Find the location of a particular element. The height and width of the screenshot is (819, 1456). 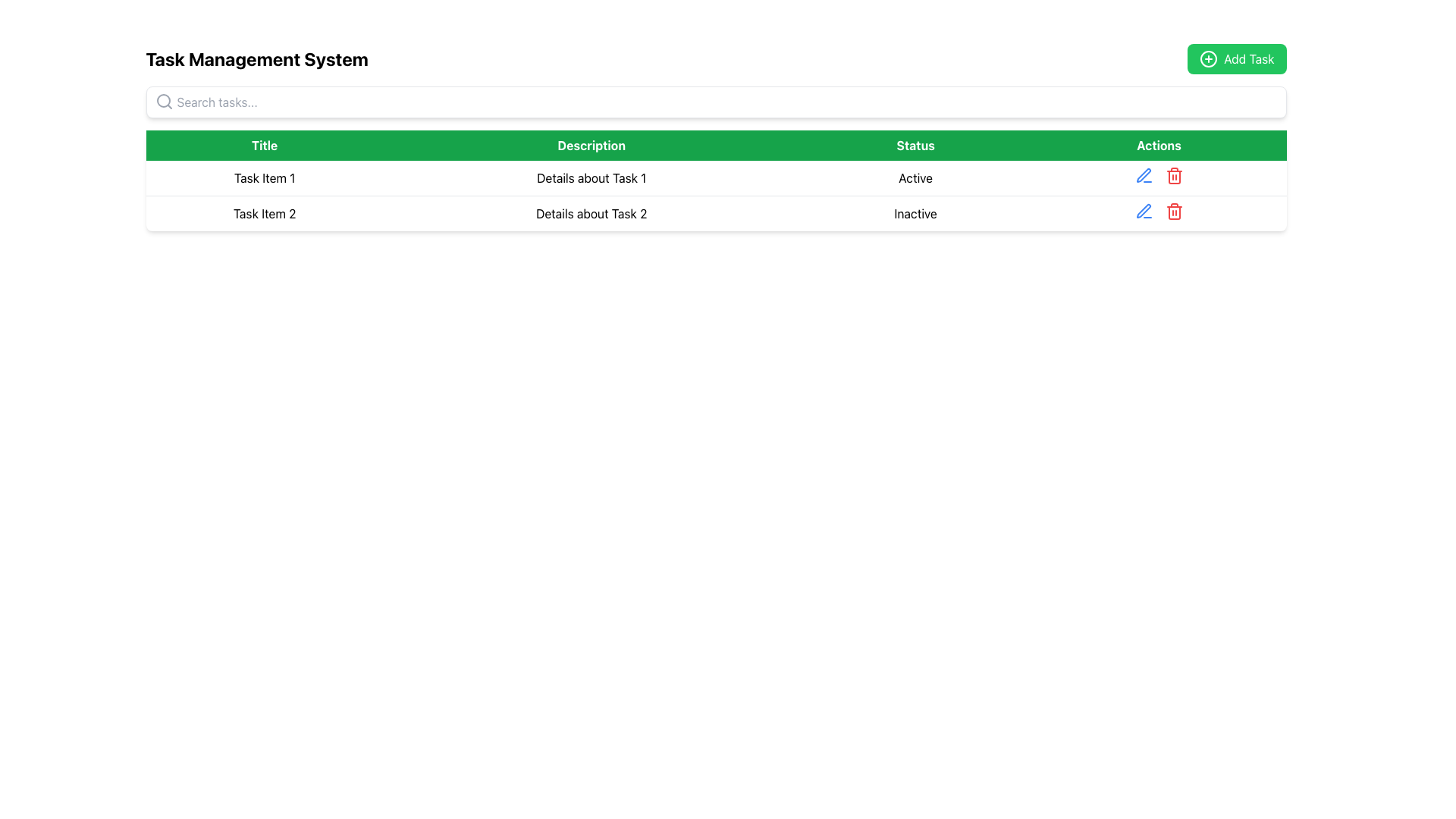

text label displaying additional descriptive information about 'Task 2' located in the second row under the 'Description' column of the structured table is located at coordinates (591, 213).